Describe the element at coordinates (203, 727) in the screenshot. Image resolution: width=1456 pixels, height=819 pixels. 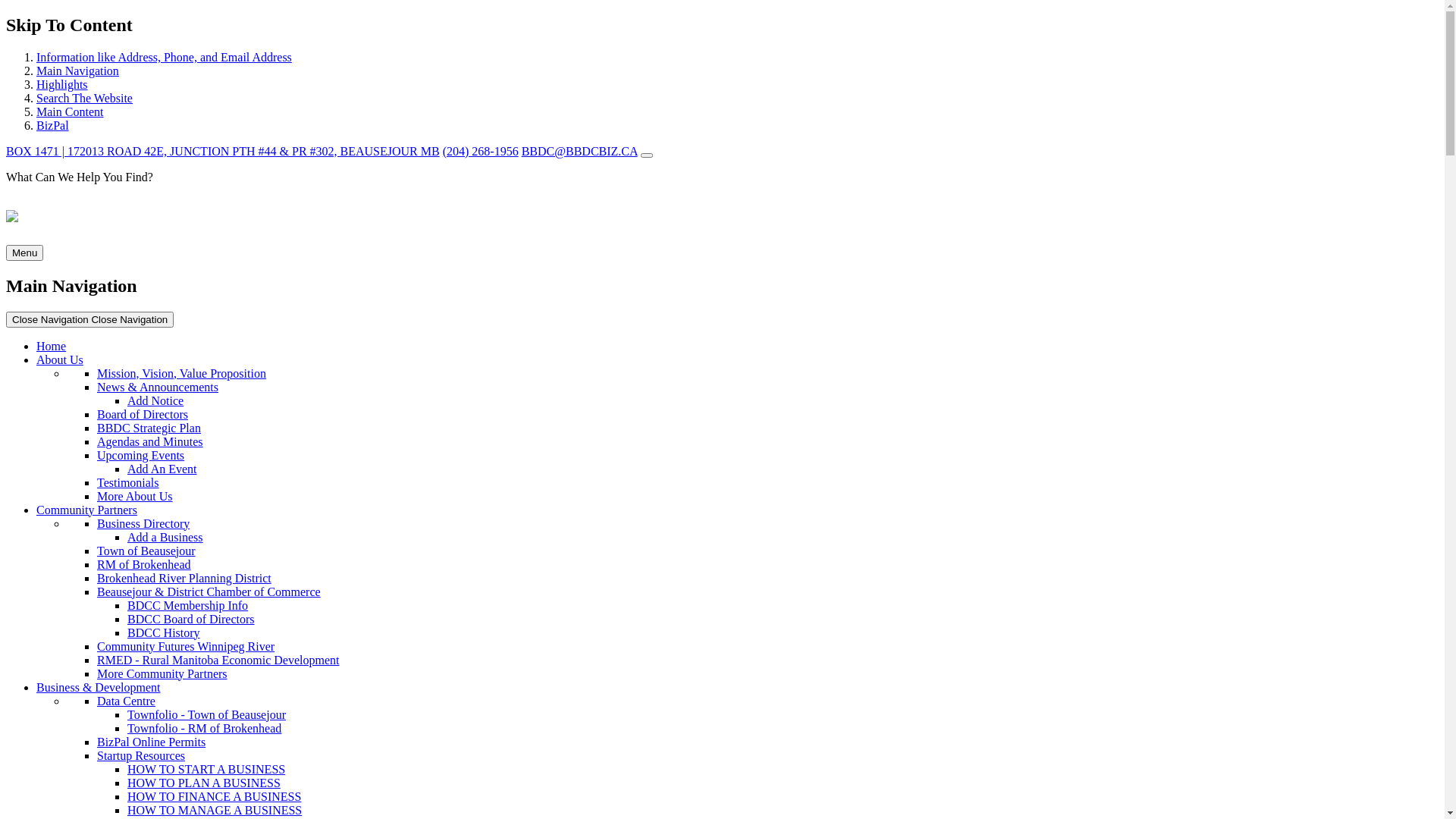
I see `'Townfolio - RM of Brokenhead'` at that location.